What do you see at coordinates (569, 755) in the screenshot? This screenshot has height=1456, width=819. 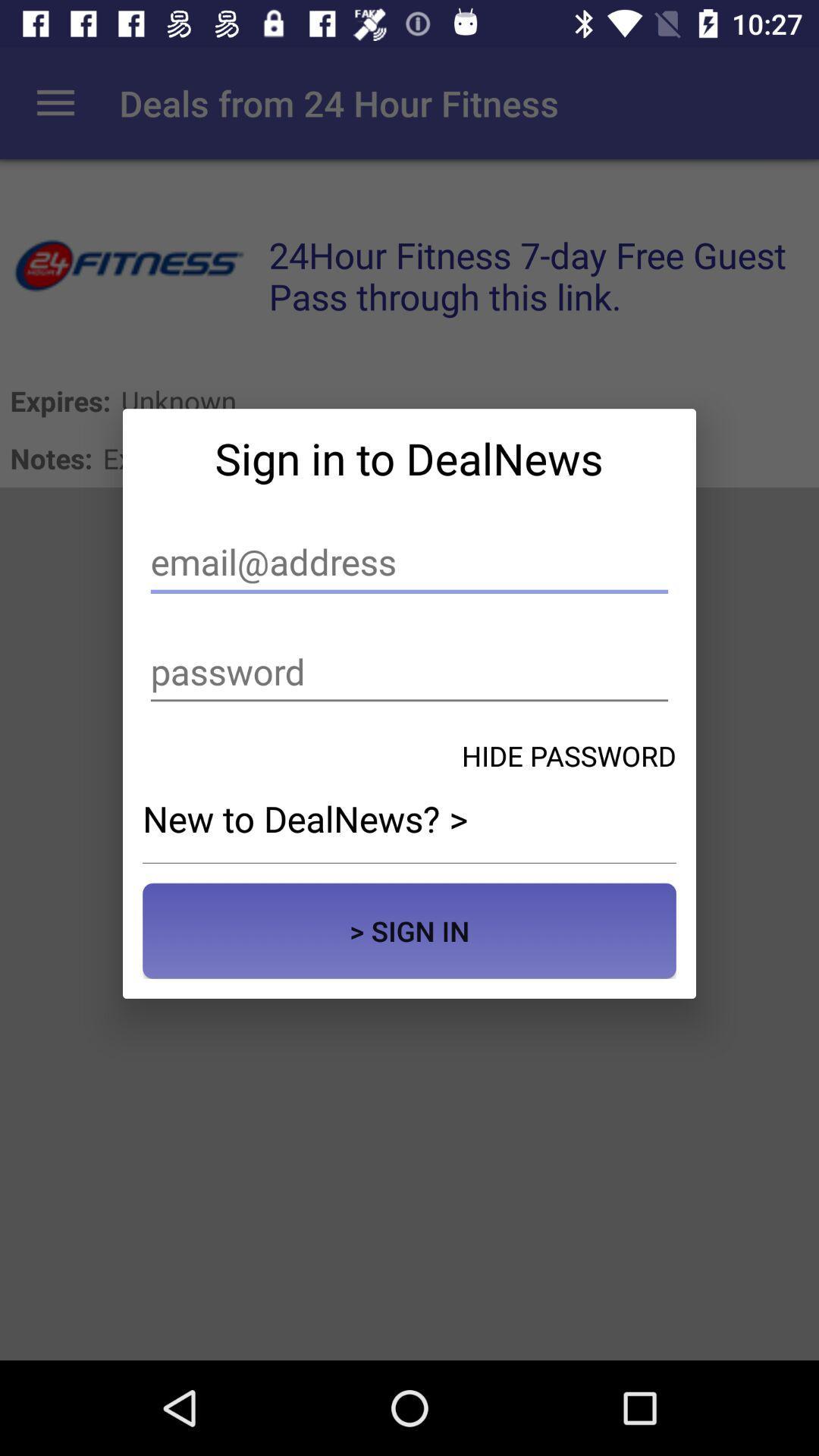 I see `item on the right` at bounding box center [569, 755].